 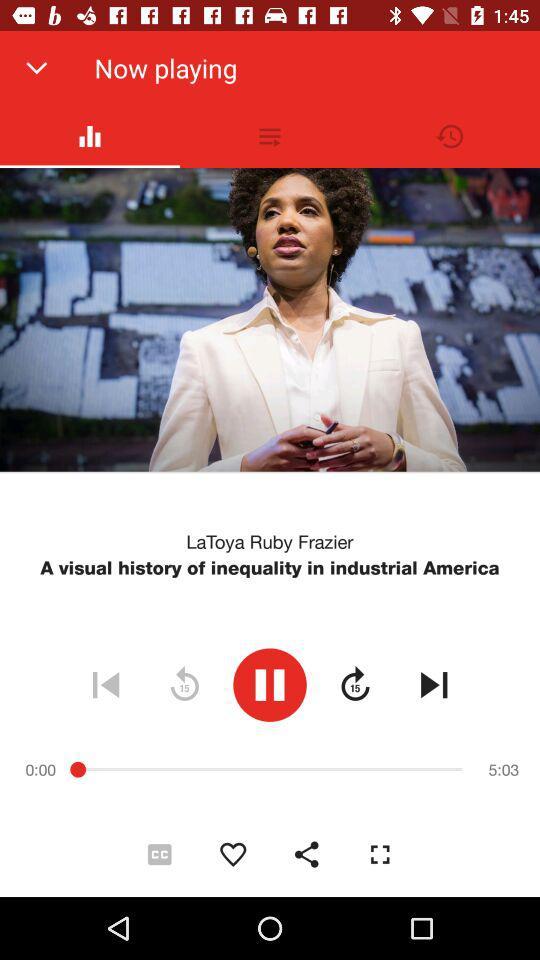 What do you see at coordinates (354, 684) in the screenshot?
I see `the av_forward icon` at bounding box center [354, 684].